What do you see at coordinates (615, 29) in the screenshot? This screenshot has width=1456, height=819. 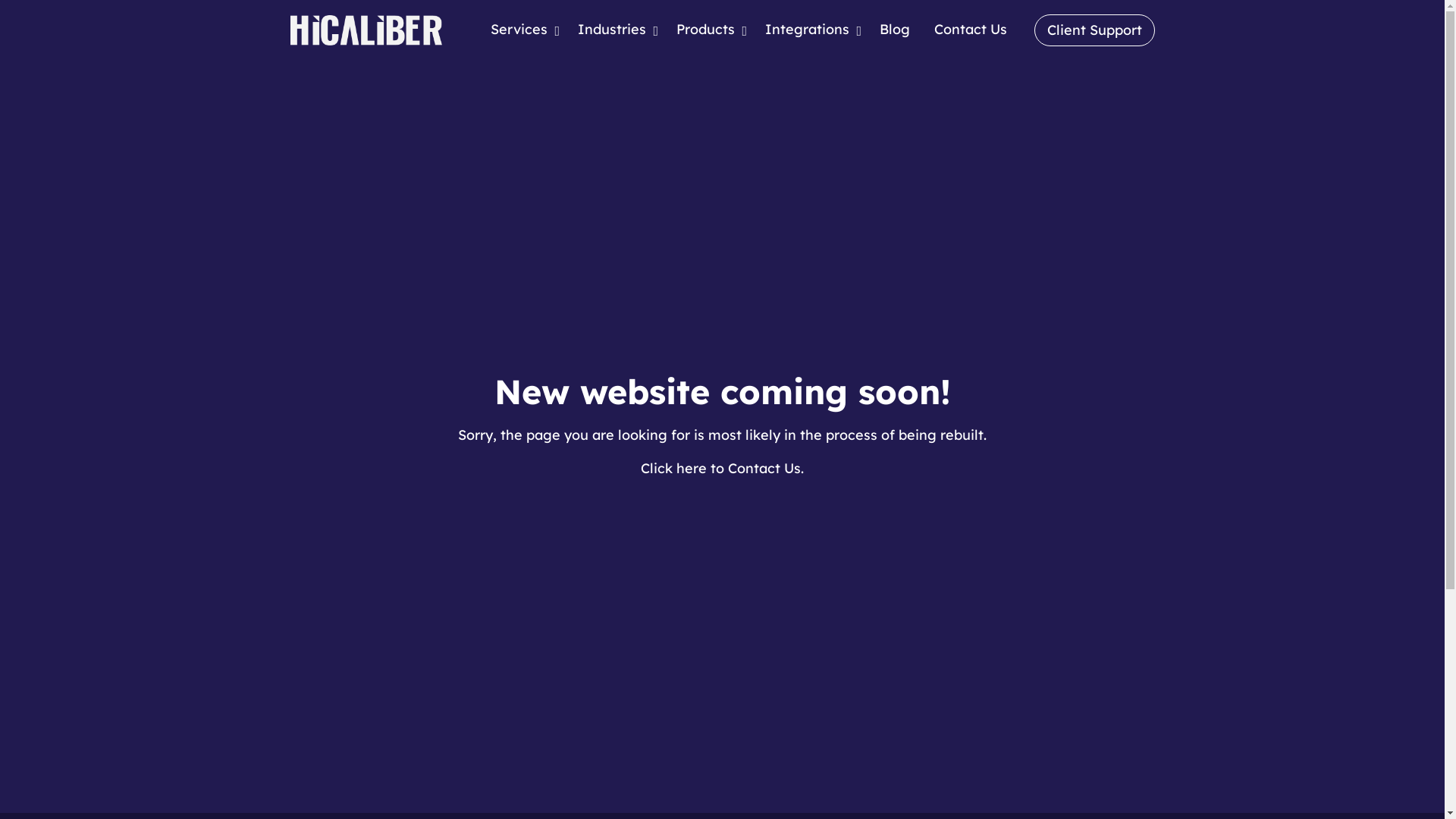 I see `'Industries'` at bounding box center [615, 29].